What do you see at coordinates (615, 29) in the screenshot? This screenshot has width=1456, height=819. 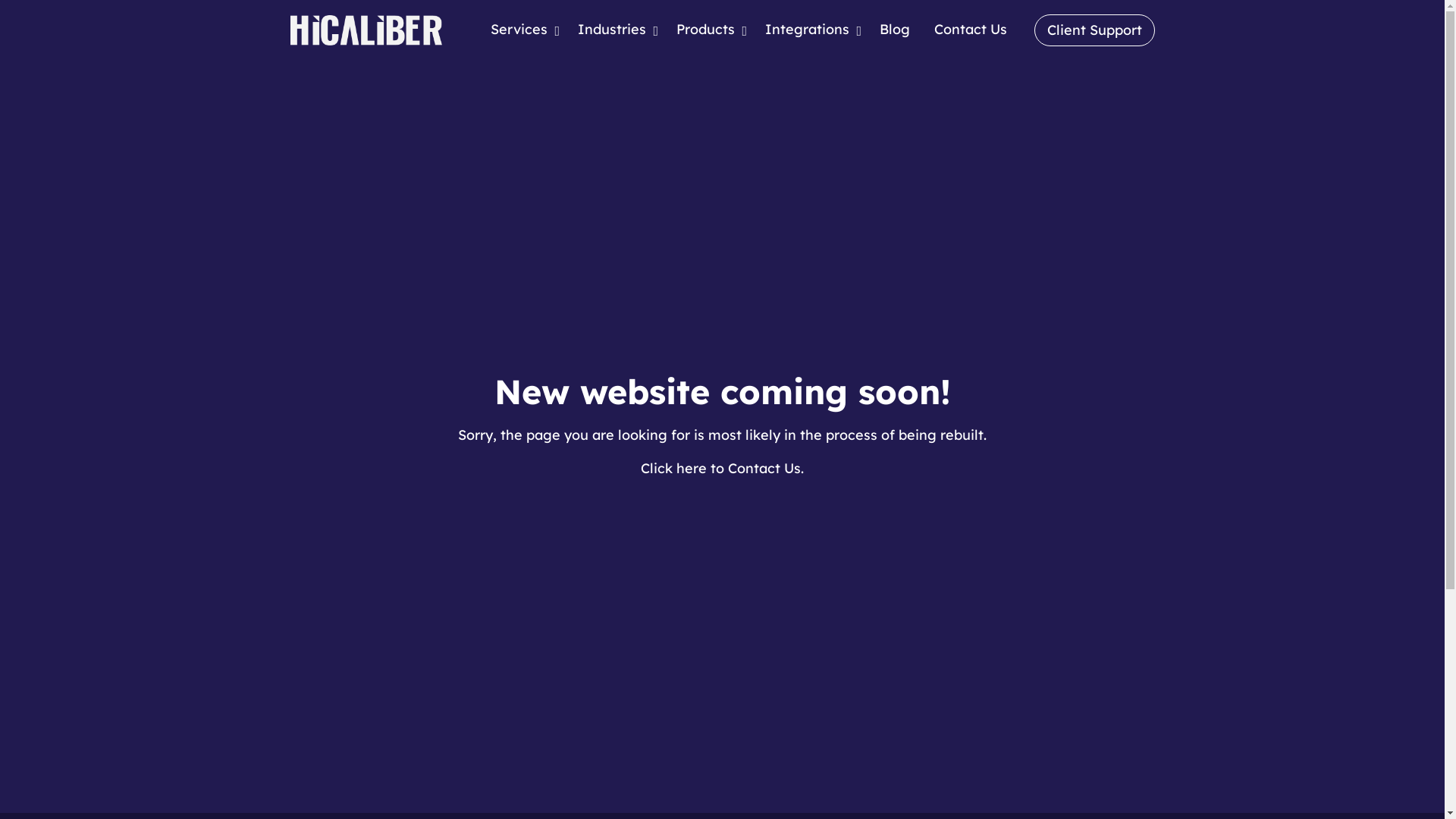 I see `'Industries'` at bounding box center [615, 29].